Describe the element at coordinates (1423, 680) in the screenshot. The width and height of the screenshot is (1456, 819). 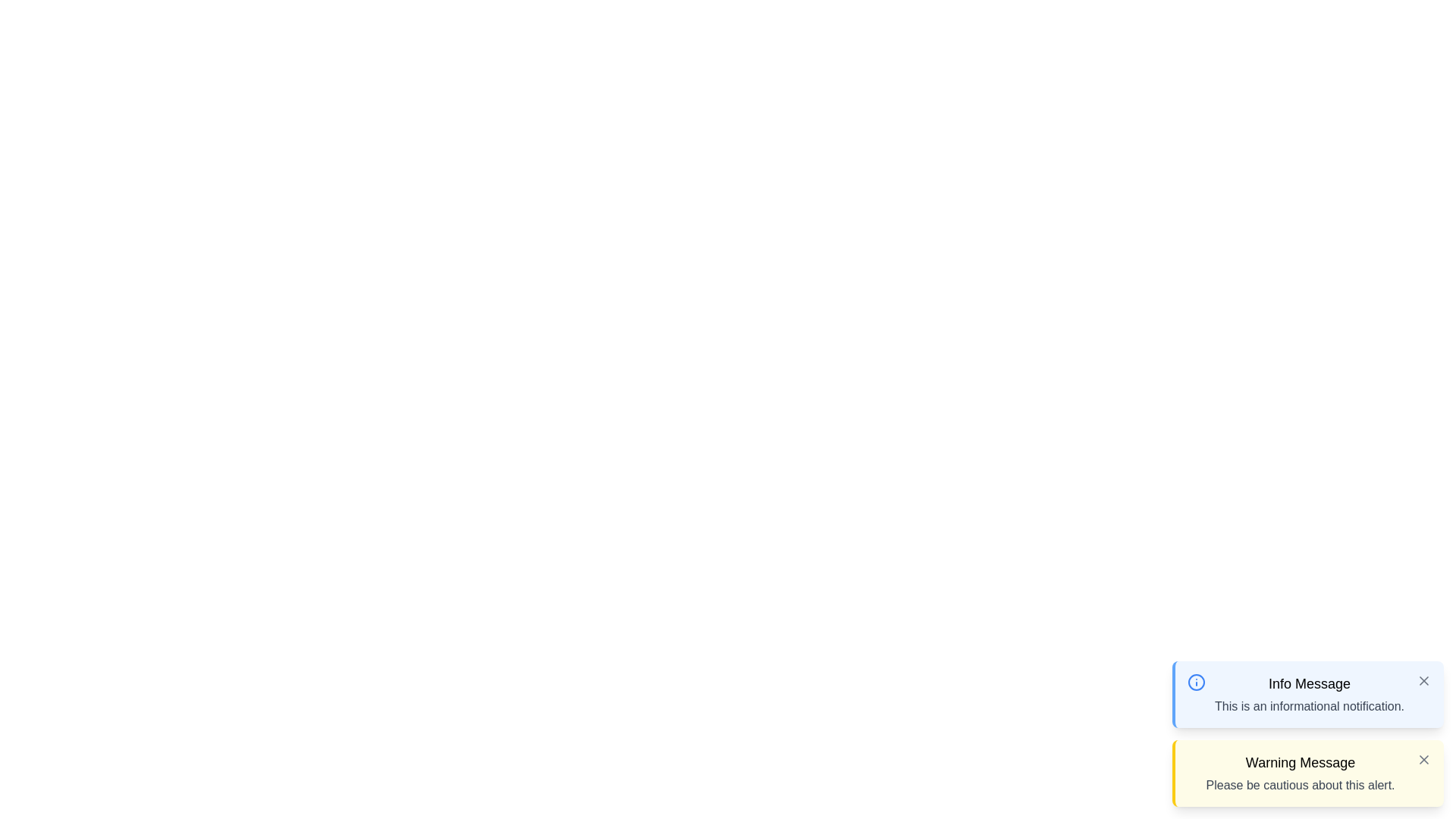
I see `the close button located in the upper right corner of the info notification card` at that location.